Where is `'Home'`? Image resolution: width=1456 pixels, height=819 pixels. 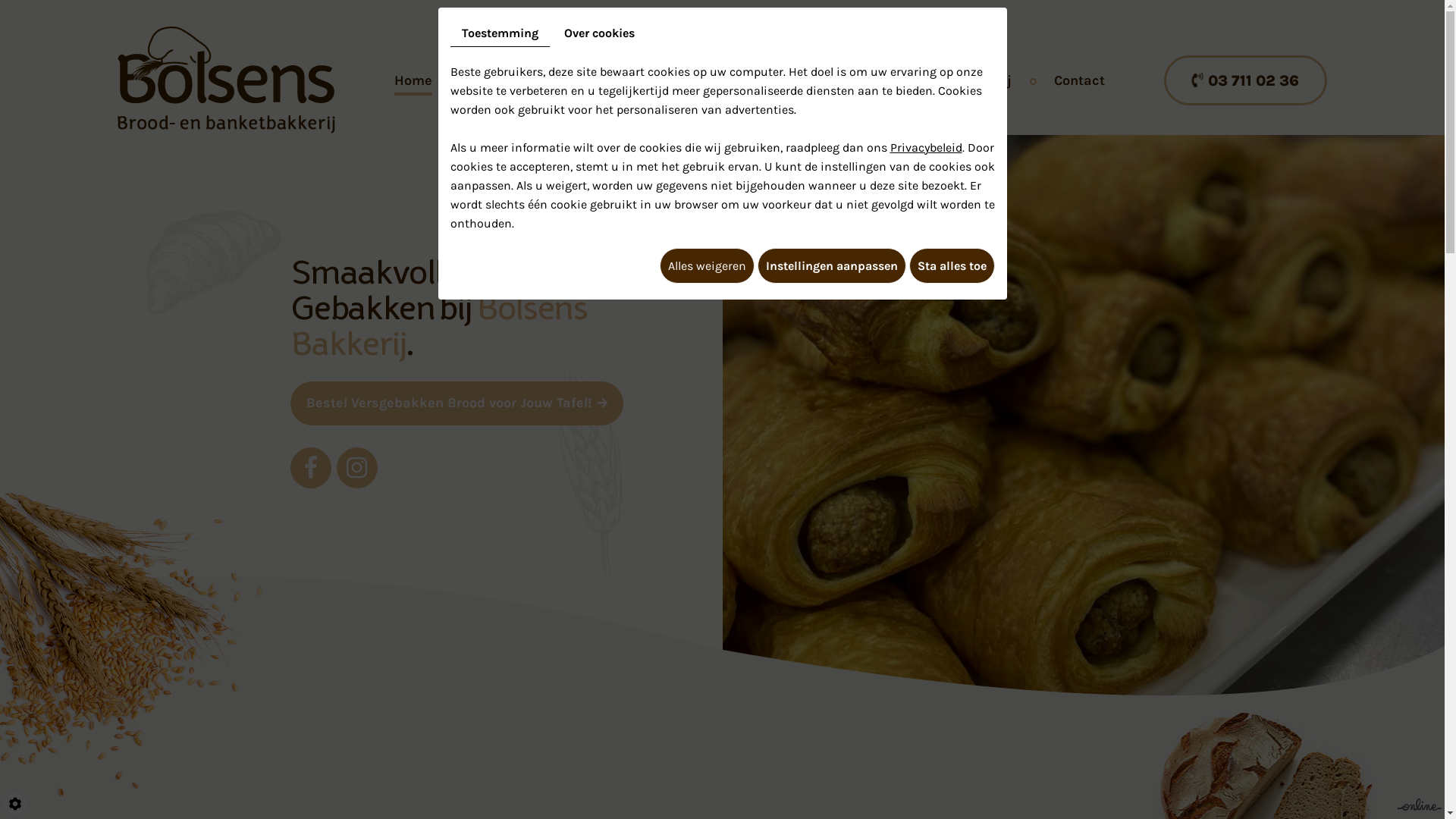 'Home' is located at coordinates (413, 80).